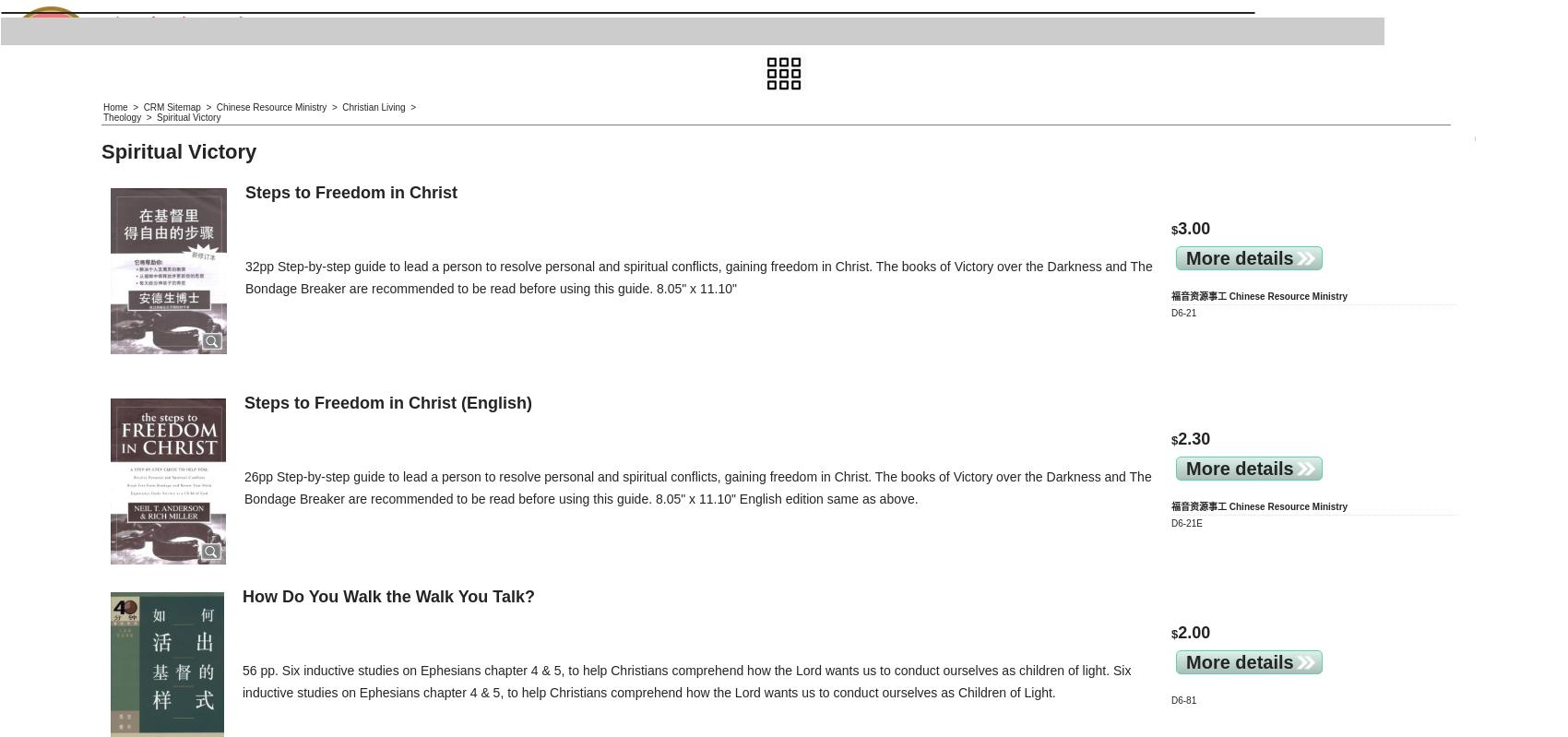  Describe the element at coordinates (1194, 633) in the screenshot. I see `'2.00'` at that location.